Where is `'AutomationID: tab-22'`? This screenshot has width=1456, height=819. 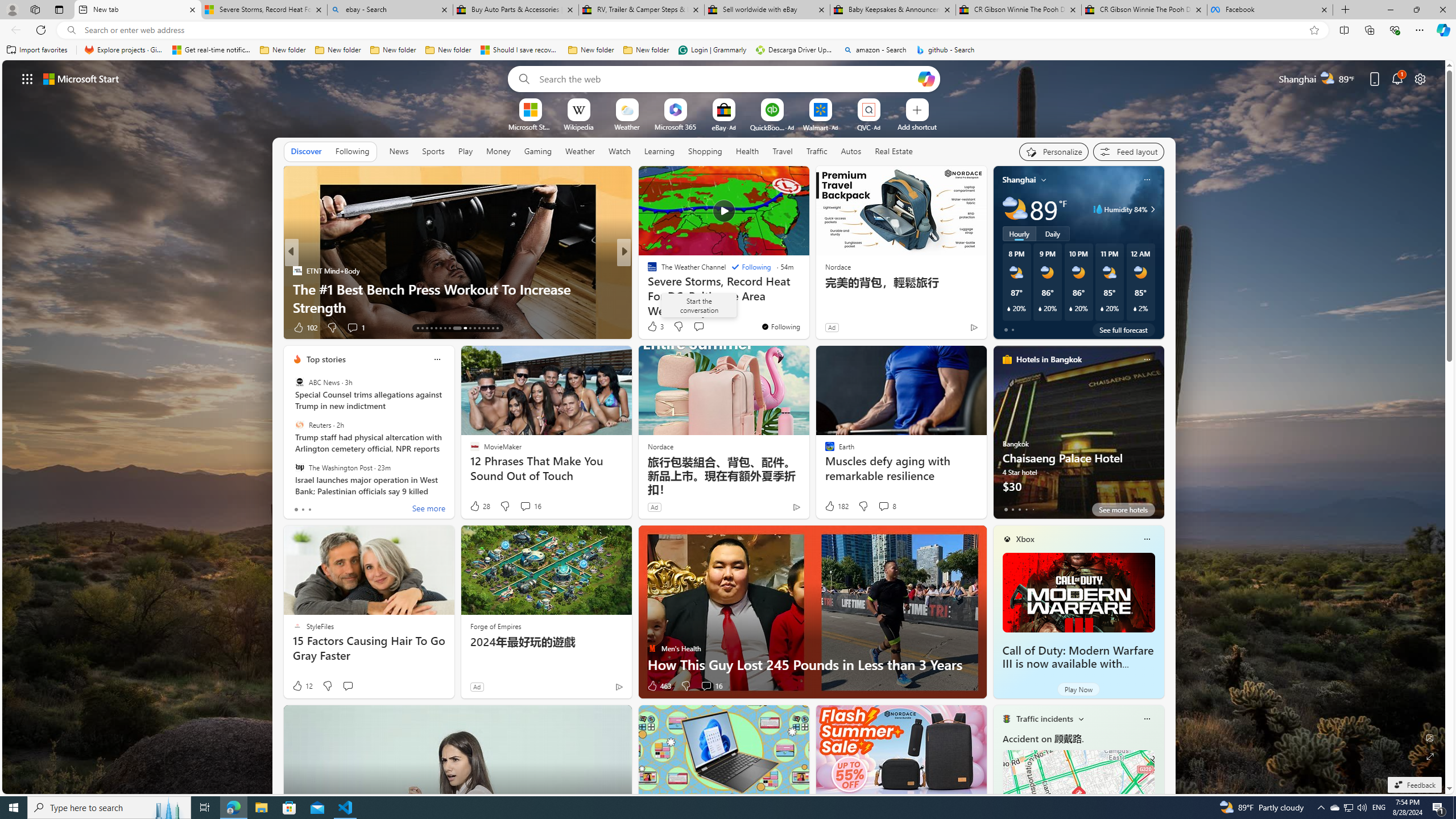 'AutomationID: tab-22' is located at coordinates (461, 328).